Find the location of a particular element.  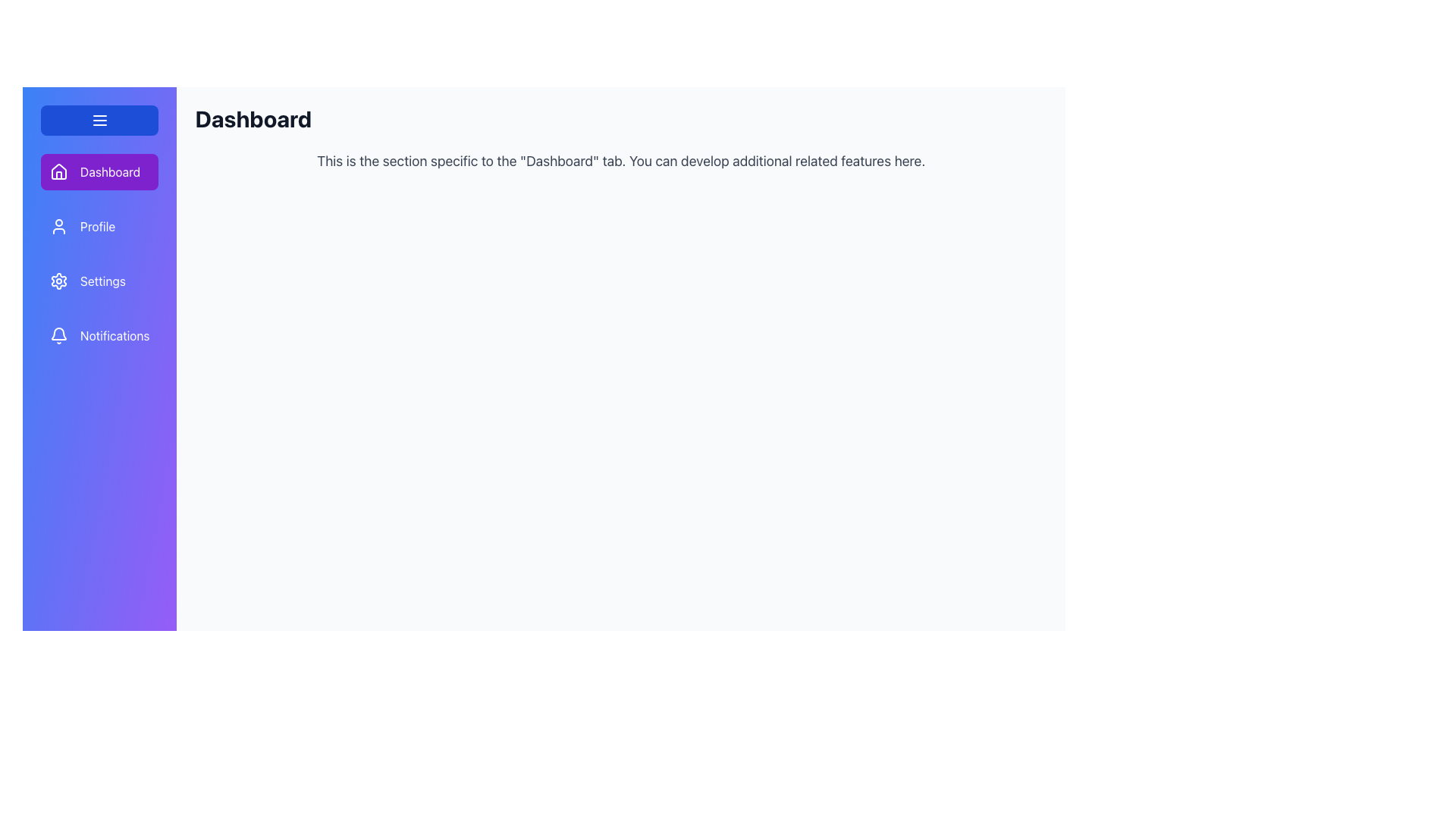

the house icon located in the purple-highlighted 'Dashboard' button in the left navigation bar, positioned as the first icon under the menu toggle button, aligning to the left of the text label 'Dashboard' is located at coordinates (58, 171).